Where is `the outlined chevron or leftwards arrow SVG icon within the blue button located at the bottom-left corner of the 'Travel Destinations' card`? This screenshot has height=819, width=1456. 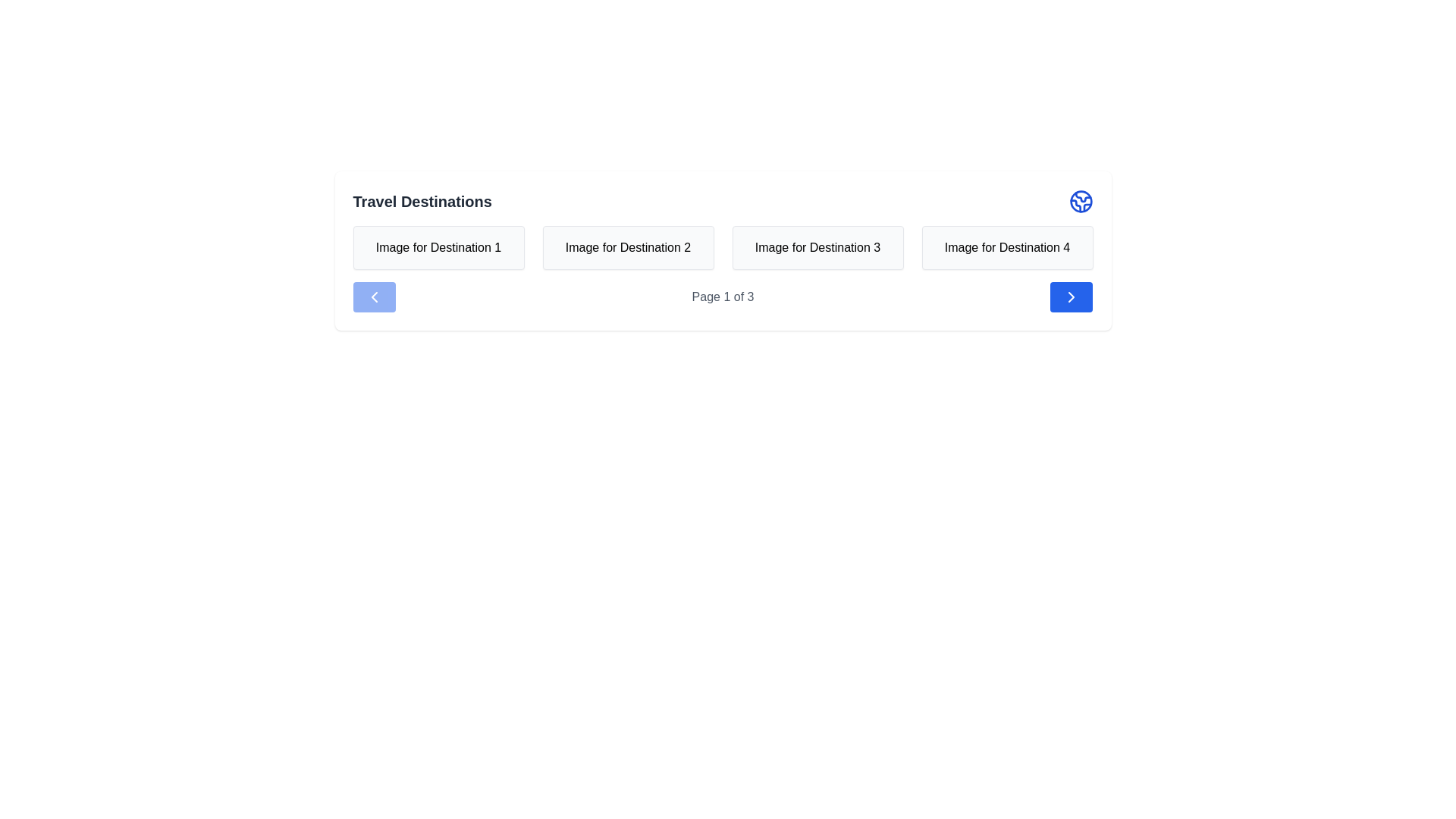 the outlined chevron or leftwards arrow SVG icon within the blue button located at the bottom-left corner of the 'Travel Destinations' card is located at coordinates (374, 297).